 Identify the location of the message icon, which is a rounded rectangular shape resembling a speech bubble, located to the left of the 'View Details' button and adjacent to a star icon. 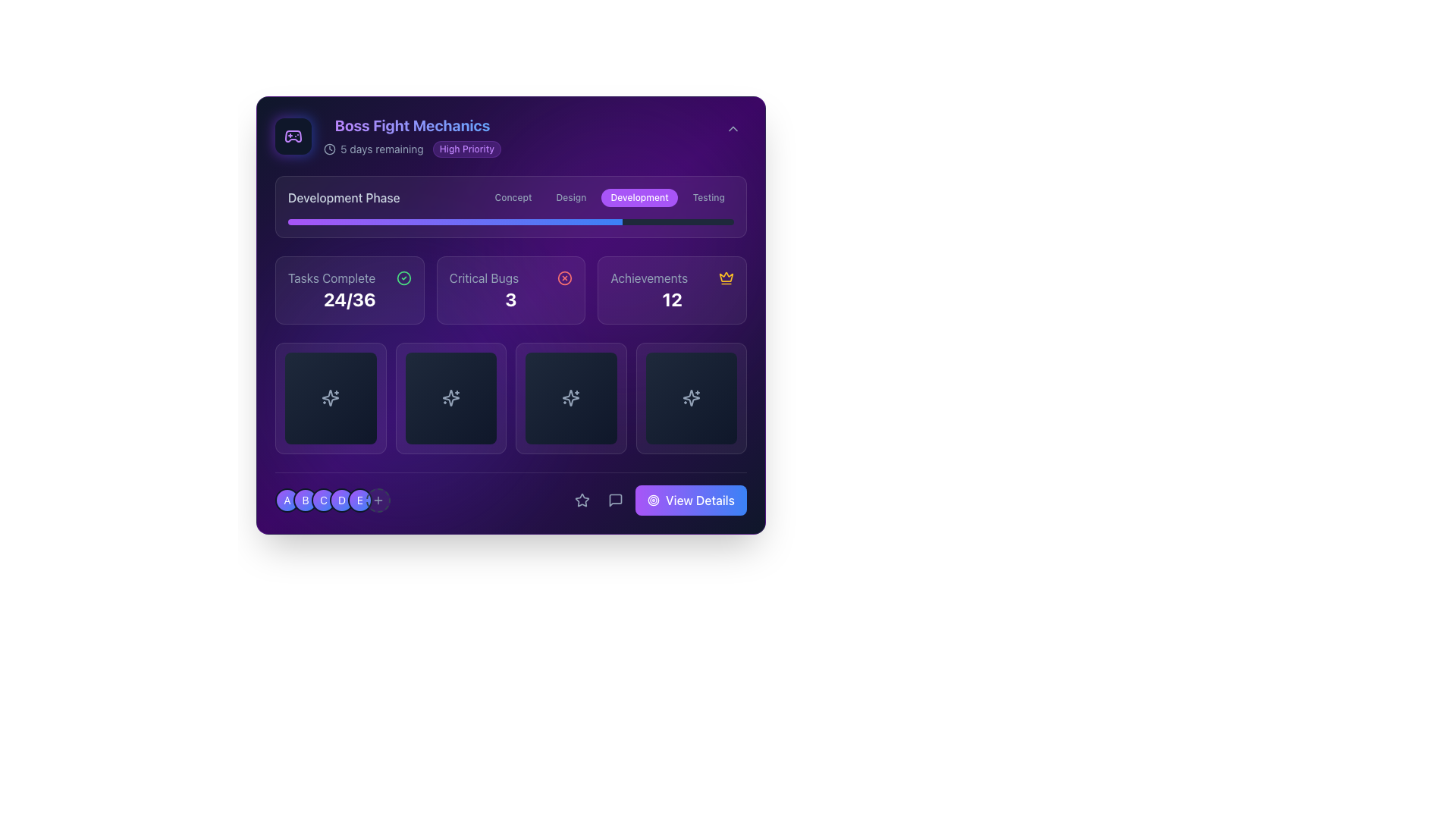
(615, 500).